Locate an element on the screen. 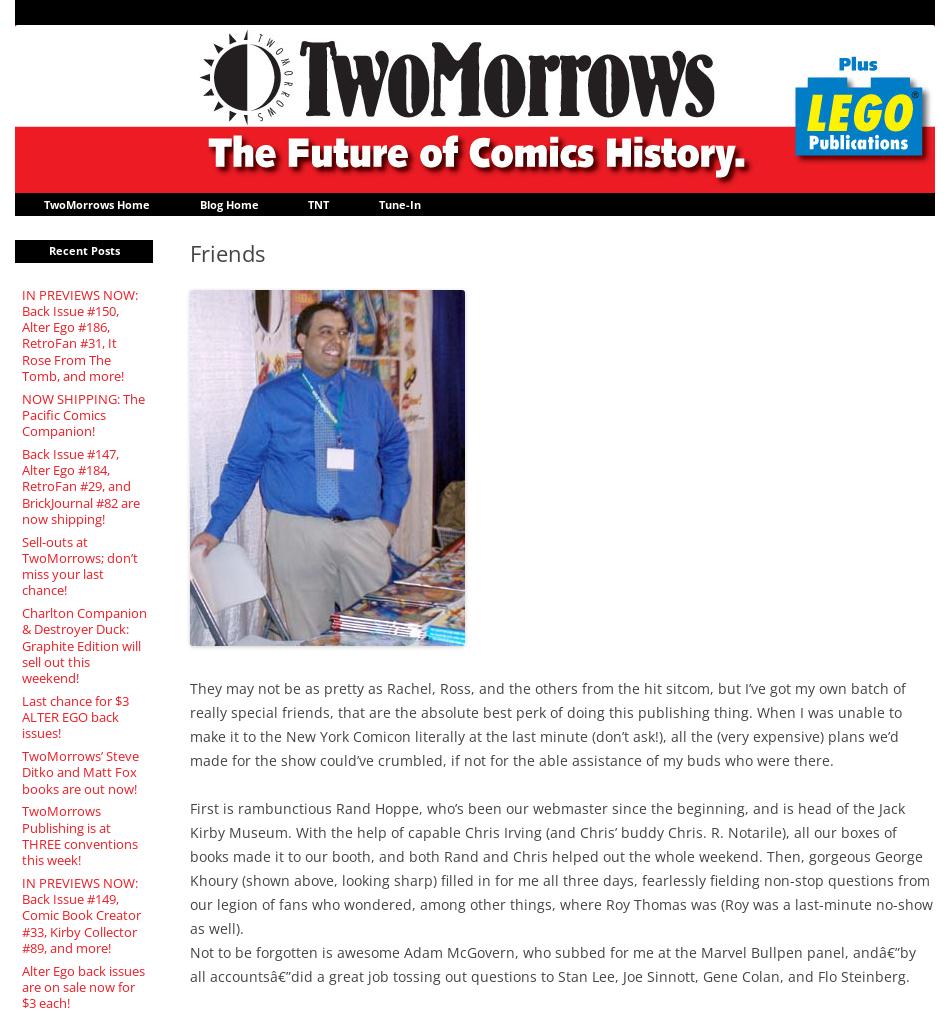 The width and height of the screenshot is (950, 1011). 'TwoMorrows Home' is located at coordinates (96, 203).